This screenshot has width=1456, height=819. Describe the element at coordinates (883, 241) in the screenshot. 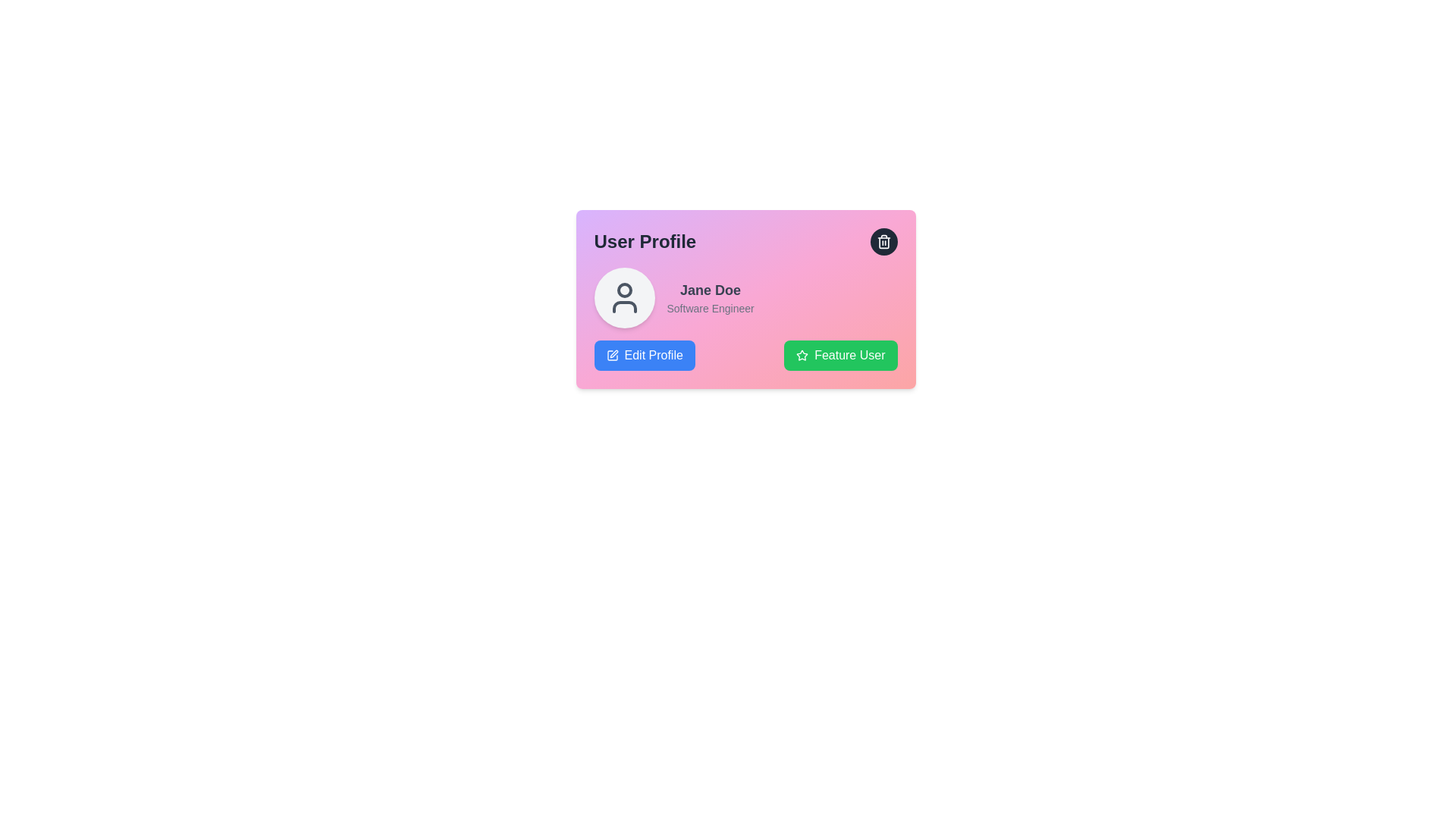

I see `the trash icon button located in the top-right corner of the profile card` at that location.